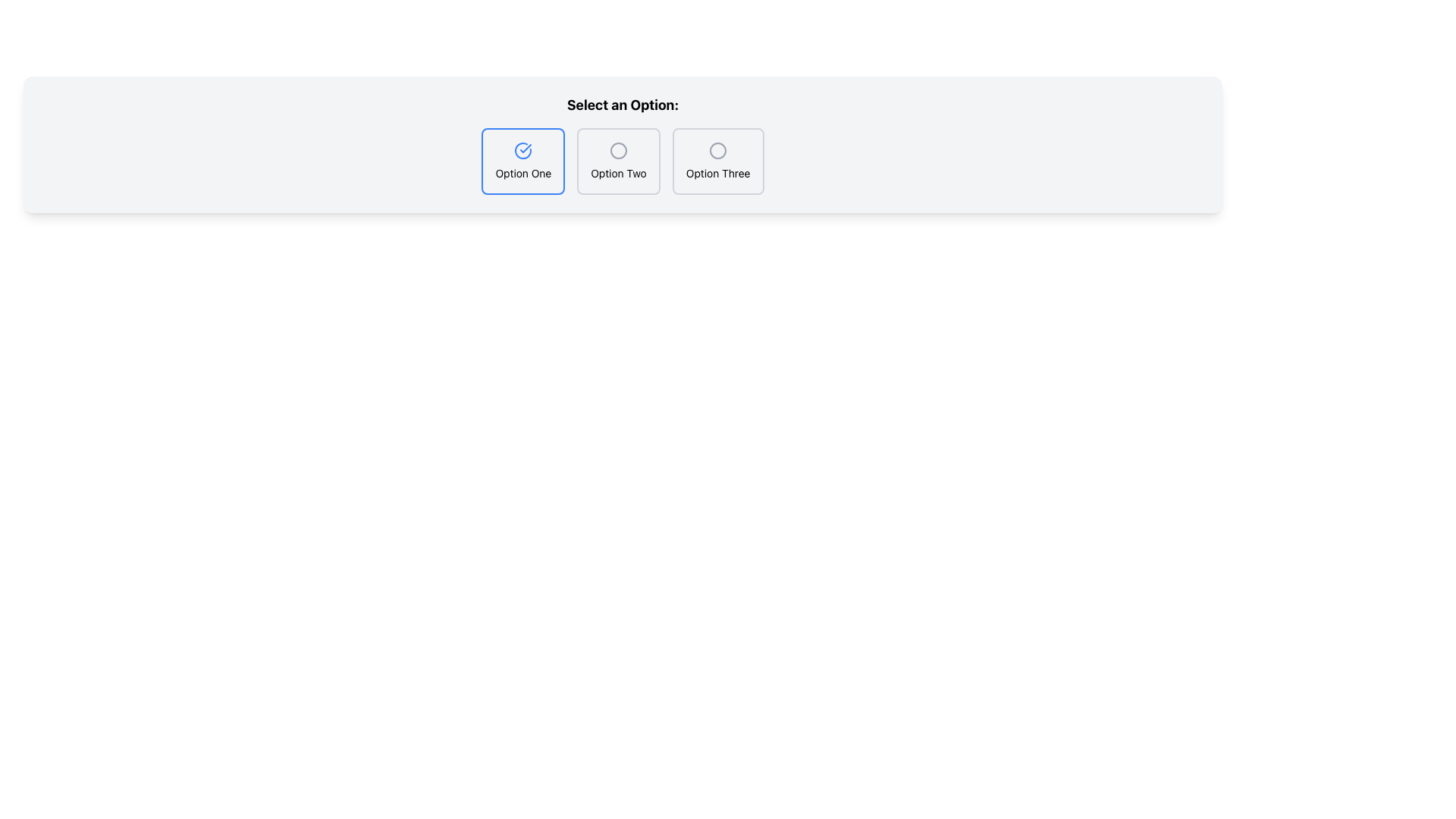 The height and width of the screenshot is (819, 1456). Describe the element at coordinates (523, 151) in the screenshot. I see `the circular blue checkmark icon located at the center of the card labeled 'Option One'` at that location.